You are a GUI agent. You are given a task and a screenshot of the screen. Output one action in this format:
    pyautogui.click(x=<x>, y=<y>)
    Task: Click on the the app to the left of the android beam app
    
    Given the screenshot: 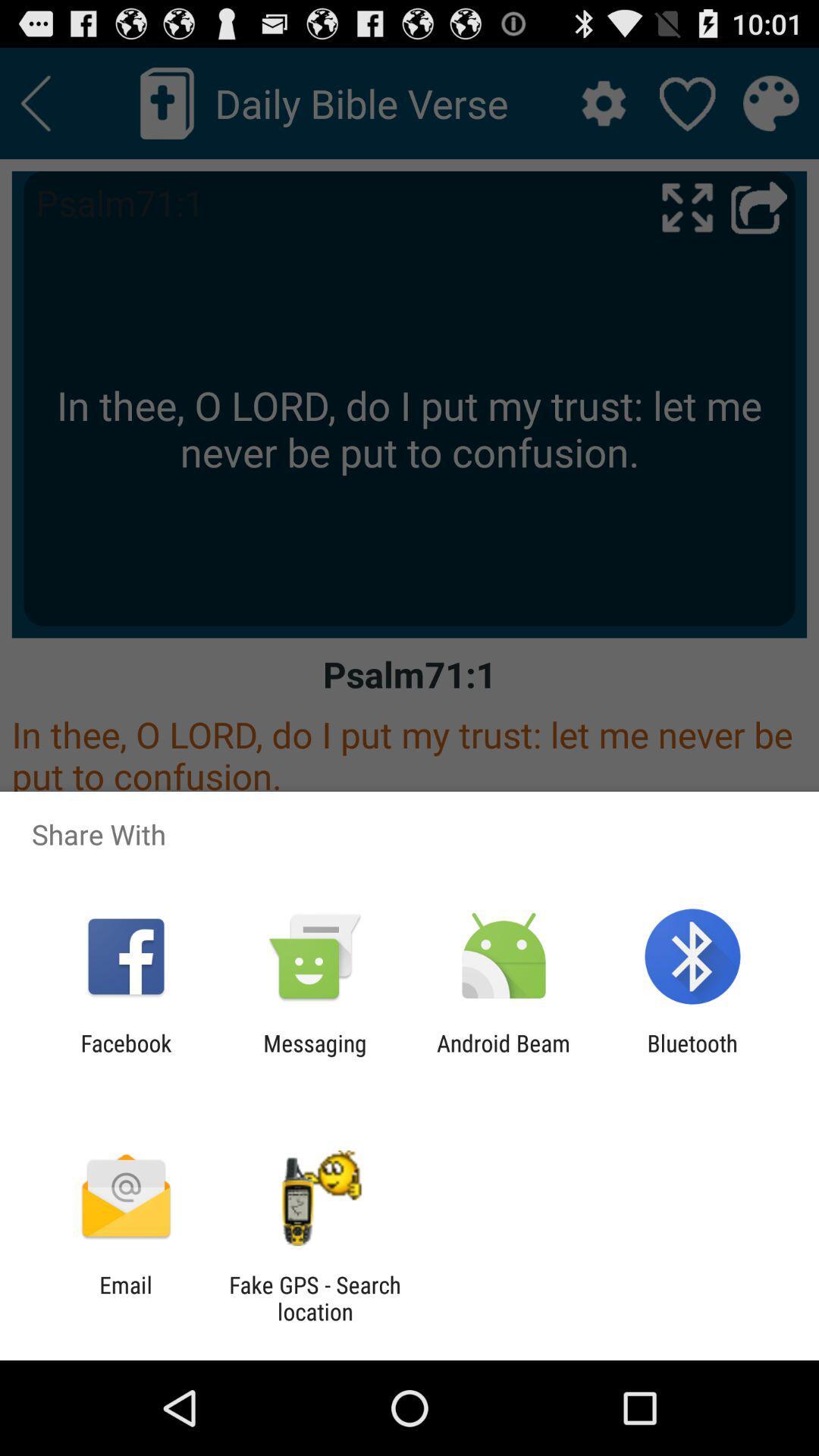 What is the action you would take?
    pyautogui.click(x=314, y=1056)
    